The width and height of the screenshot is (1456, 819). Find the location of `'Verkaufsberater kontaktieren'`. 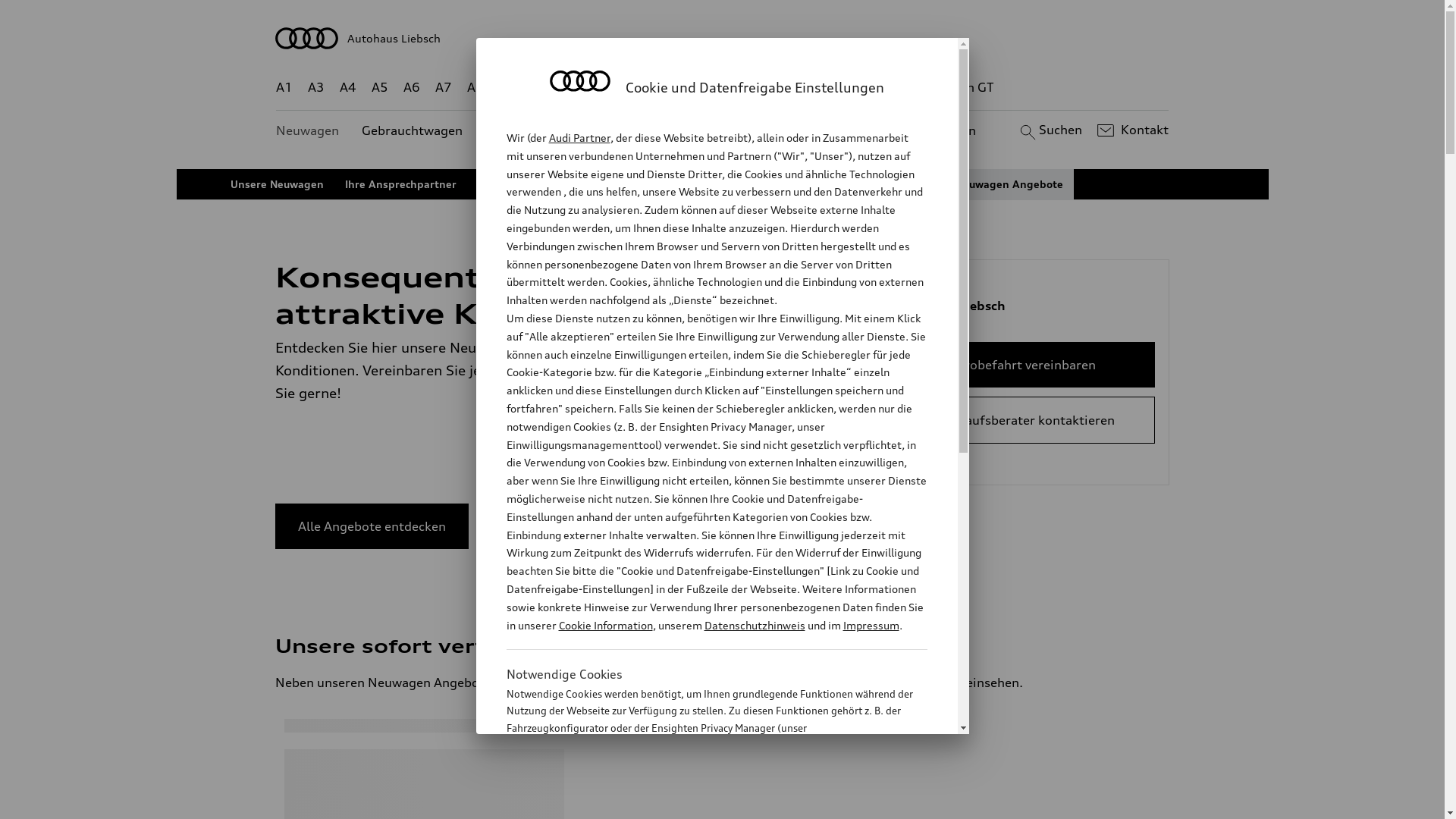

'Verkaufsberater kontaktieren' is located at coordinates (1026, 420).